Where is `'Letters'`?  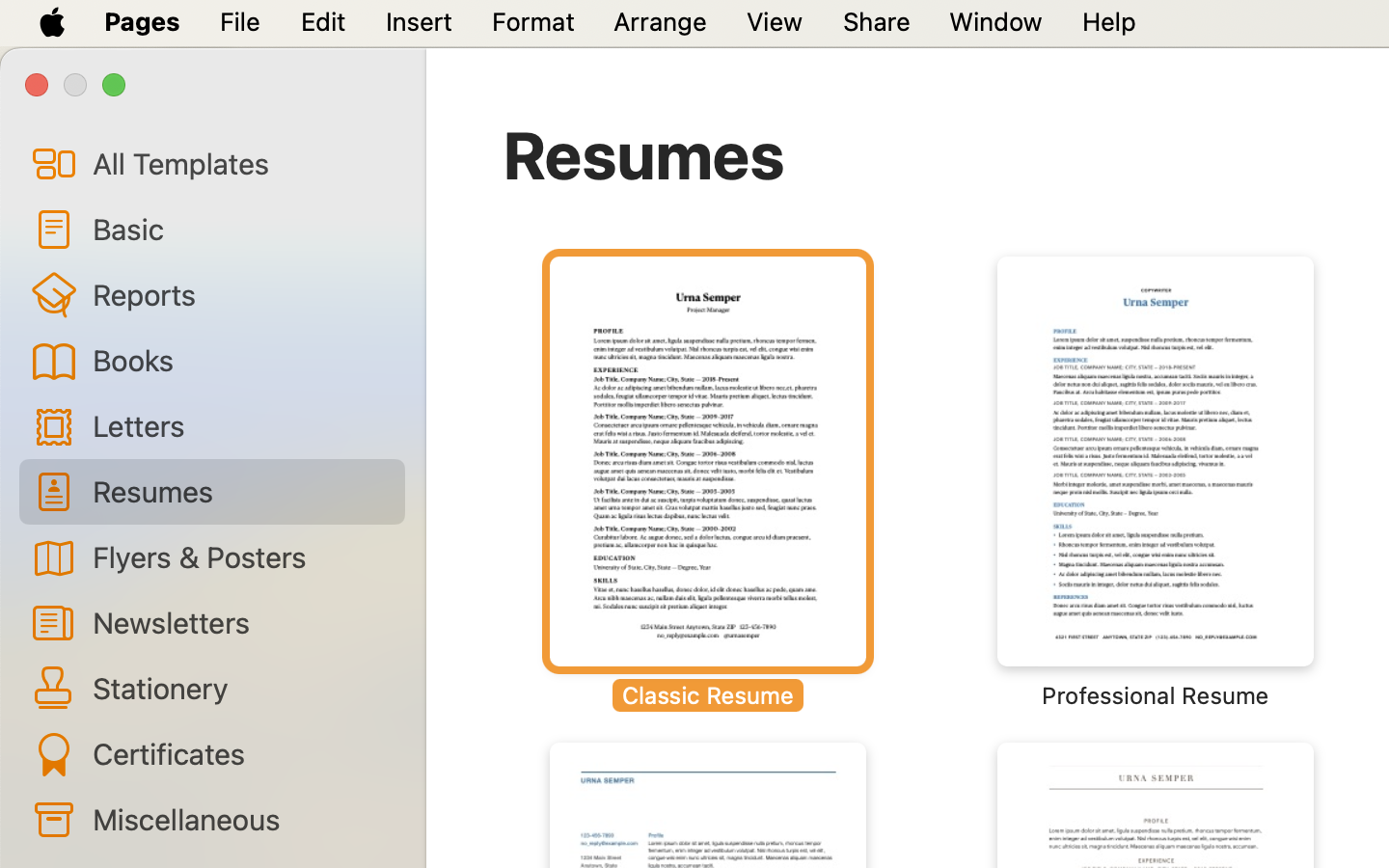 'Letters' is located at coordinates (239, 425).